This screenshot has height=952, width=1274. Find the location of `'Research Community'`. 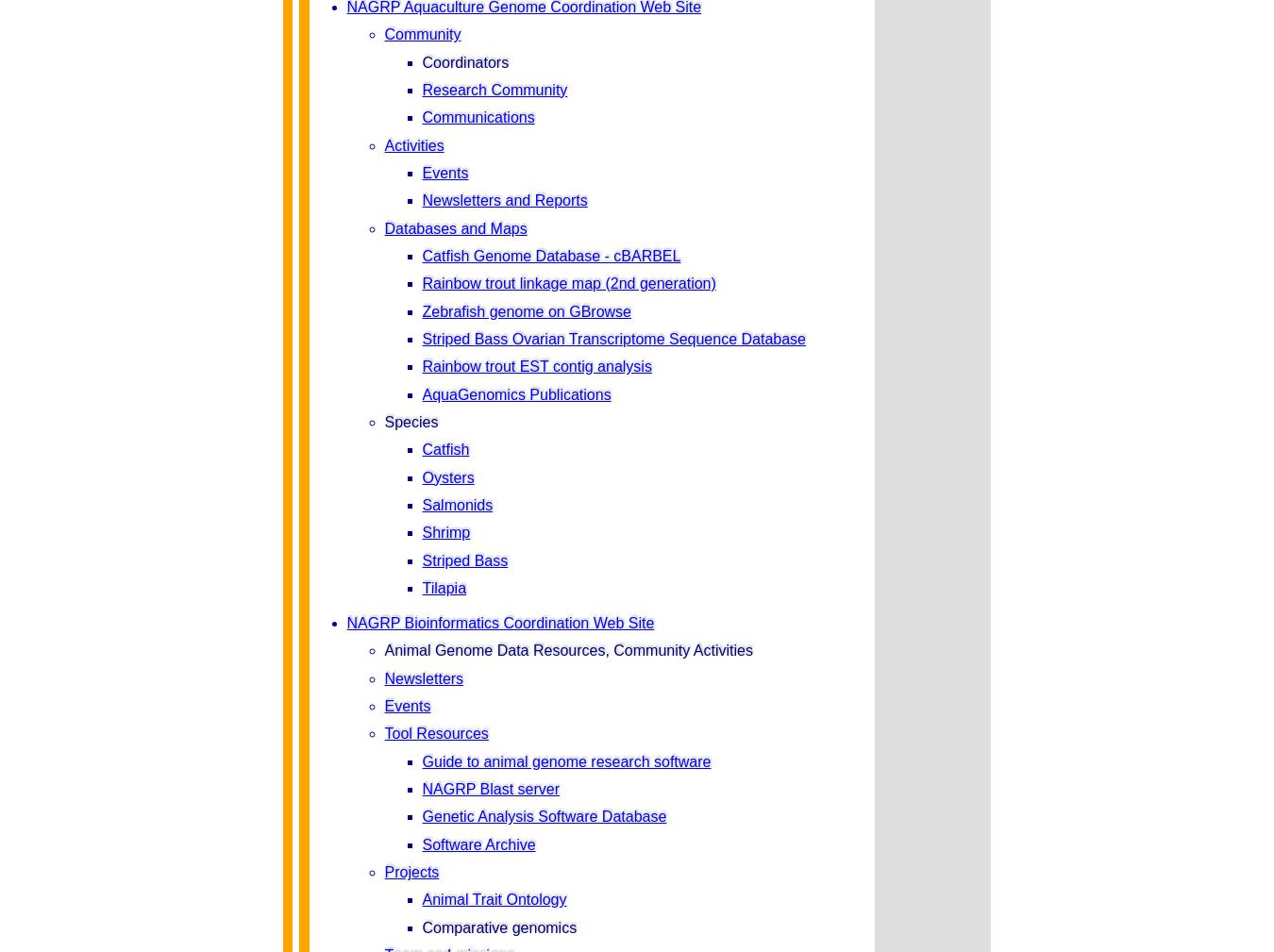

'Research Community' is located at coordinates (493, 88).